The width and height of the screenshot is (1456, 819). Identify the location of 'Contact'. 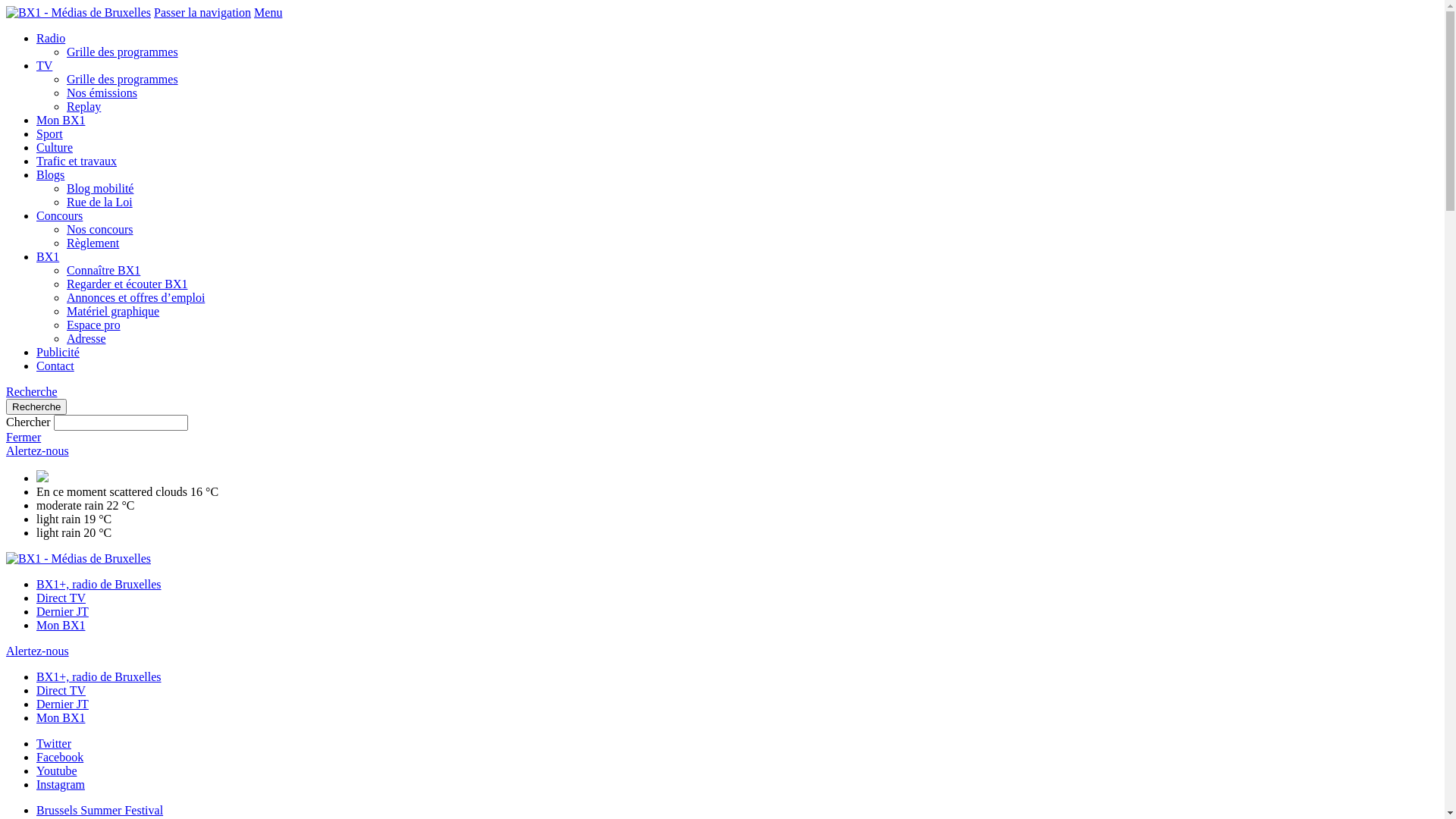
(36, 366).